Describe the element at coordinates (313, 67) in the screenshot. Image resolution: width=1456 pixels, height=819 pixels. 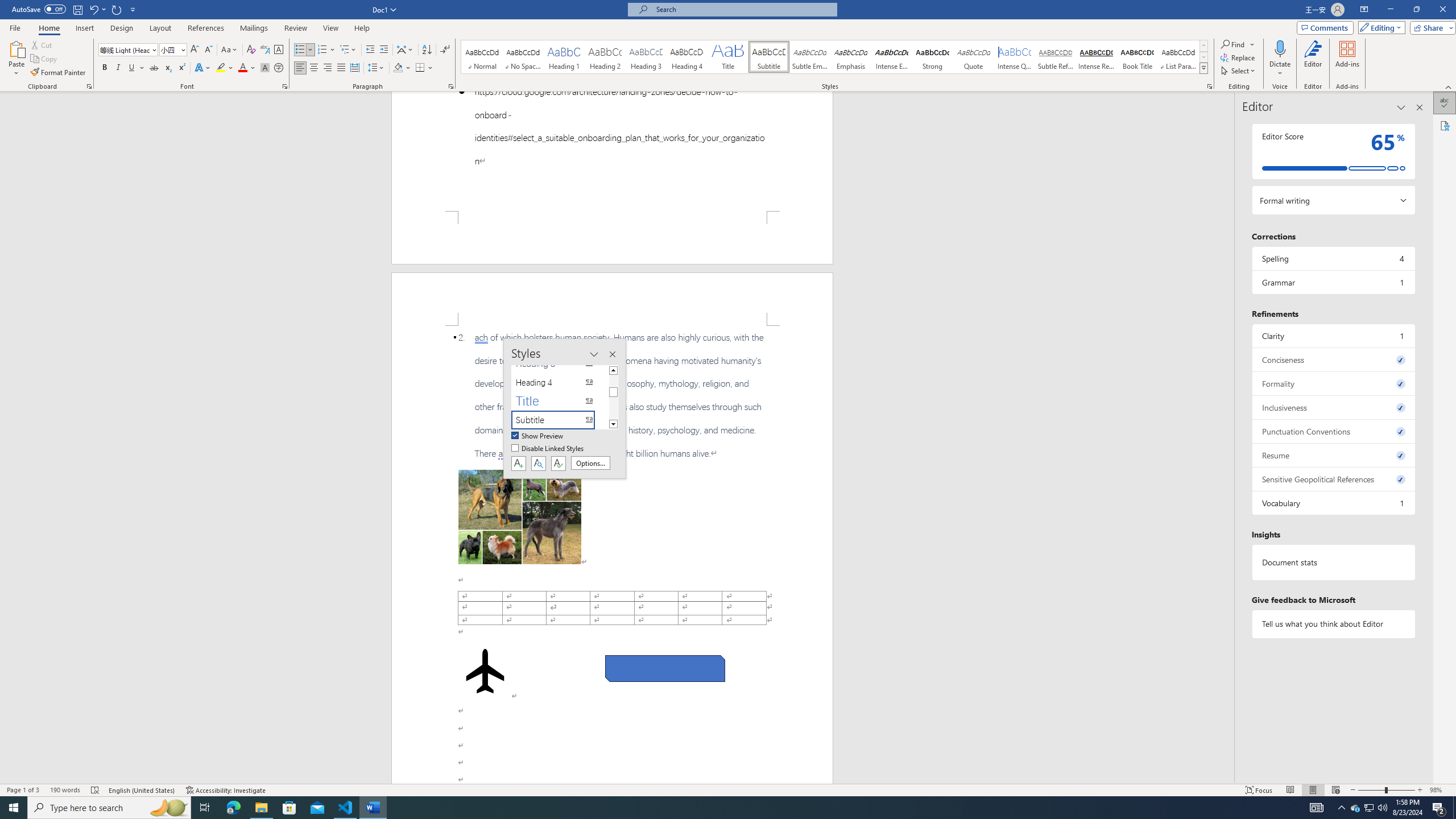
I see `'Center'` at that location.